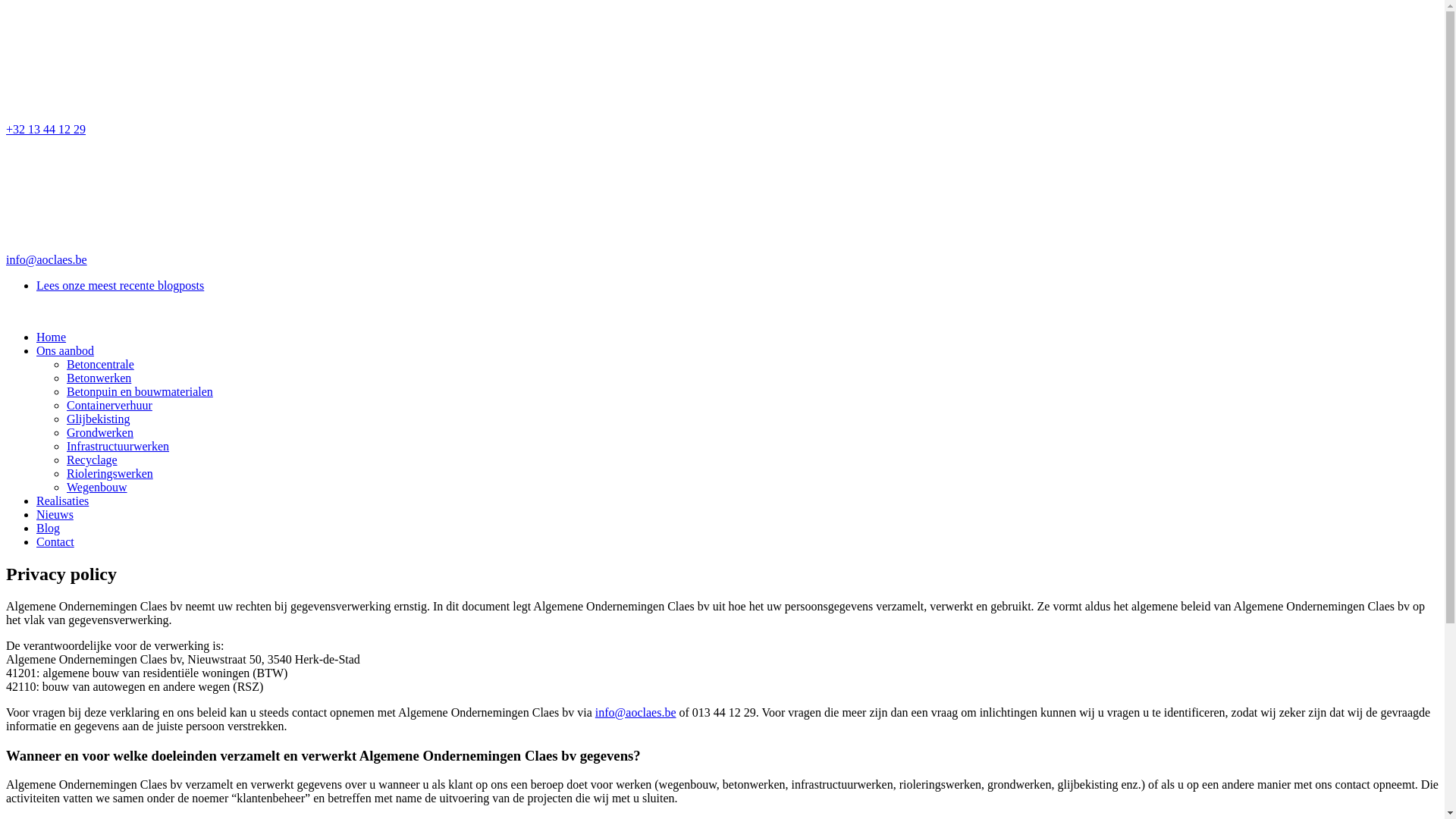 The height and width of the screenshot is (819, 1456). What do you see at coordinates (99, 432) in the screenshot?
I see `'Grondwerken'` at bounding box center [99, 432].